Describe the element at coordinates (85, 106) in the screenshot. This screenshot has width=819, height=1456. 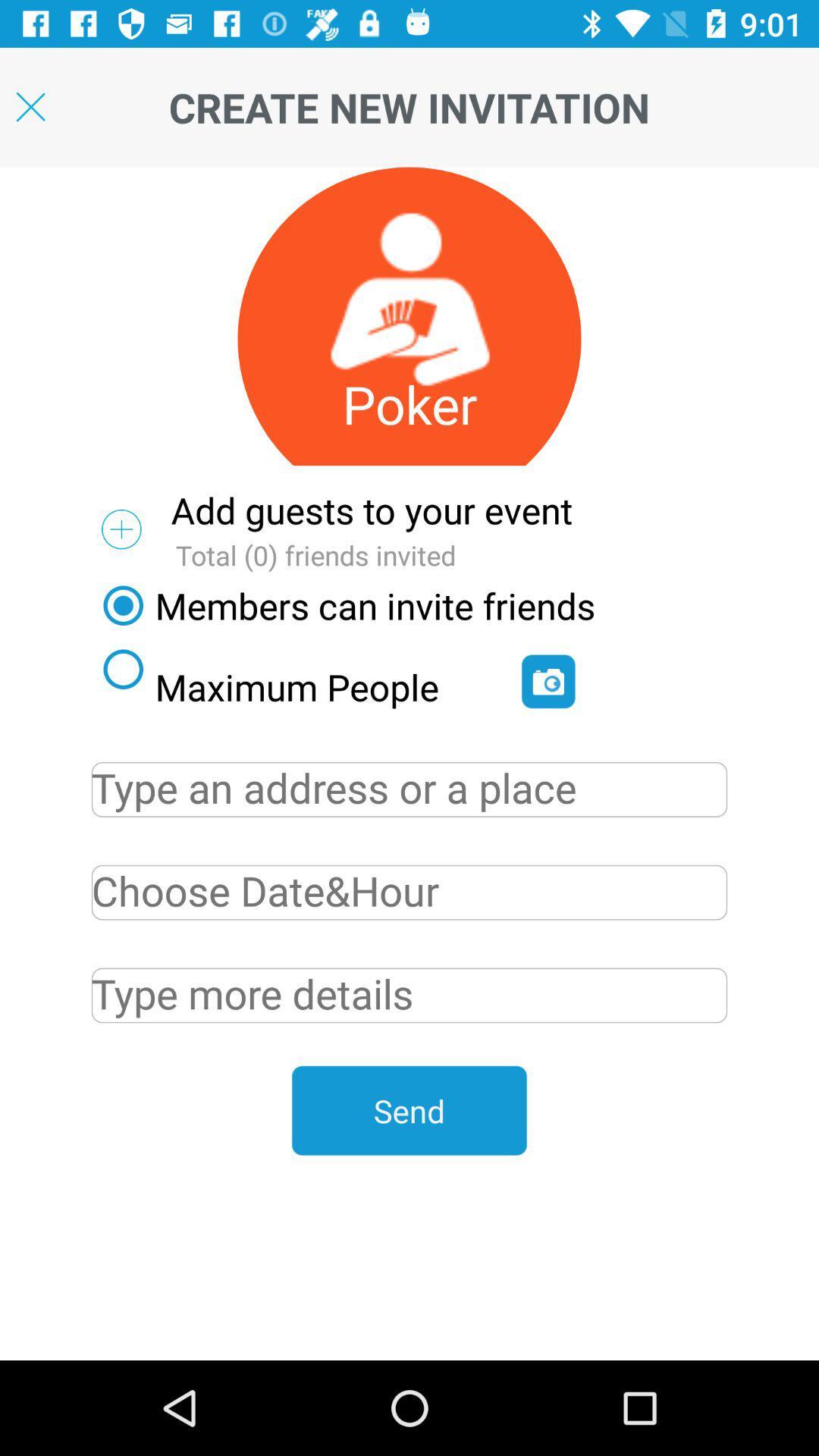
I see `the close icon` at that location.